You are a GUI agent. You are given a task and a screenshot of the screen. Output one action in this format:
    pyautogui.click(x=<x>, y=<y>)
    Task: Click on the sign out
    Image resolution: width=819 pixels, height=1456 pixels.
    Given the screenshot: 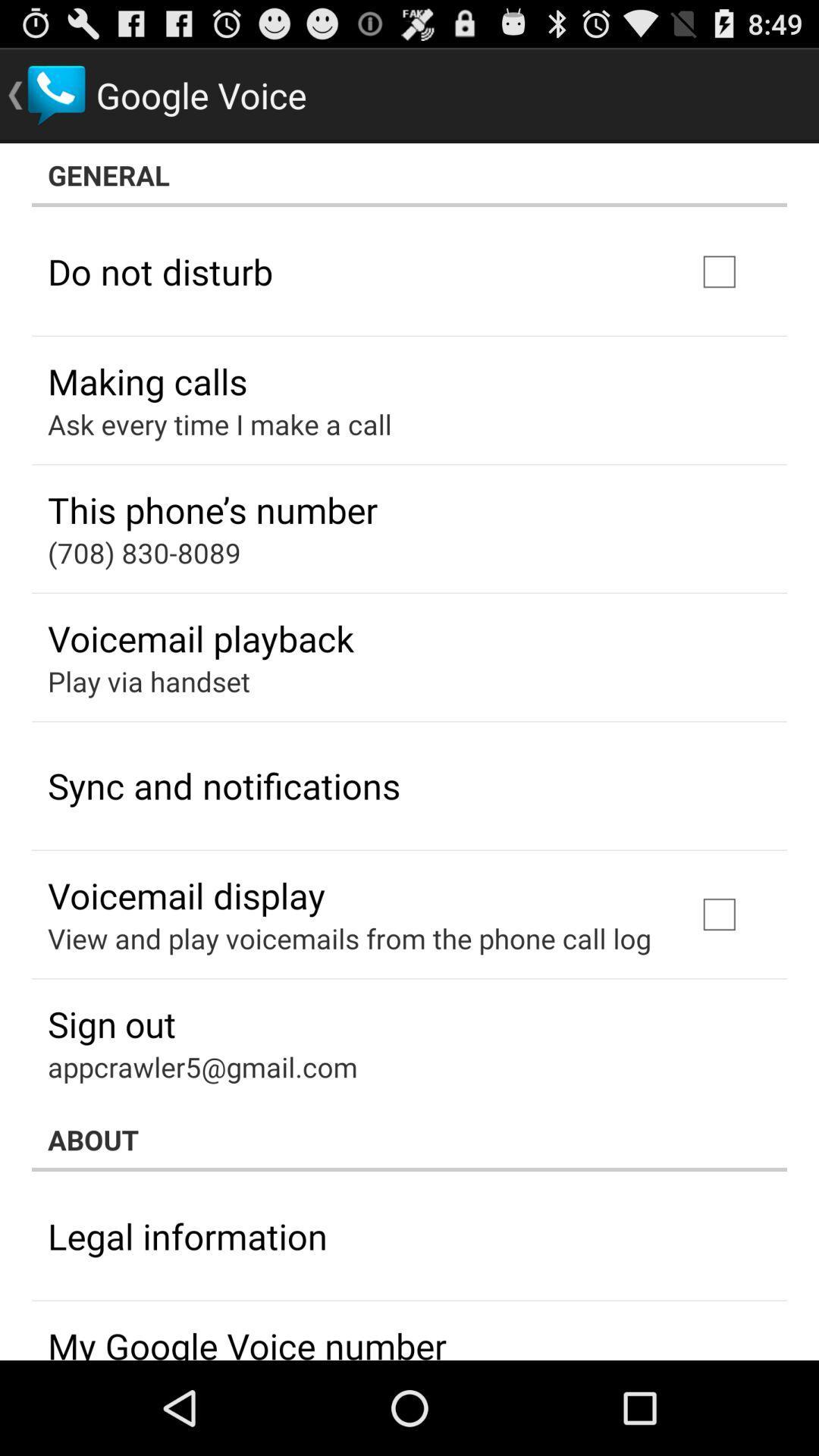 What is the action you would take?
    pyautogui.click(x=111, y=1024)
    